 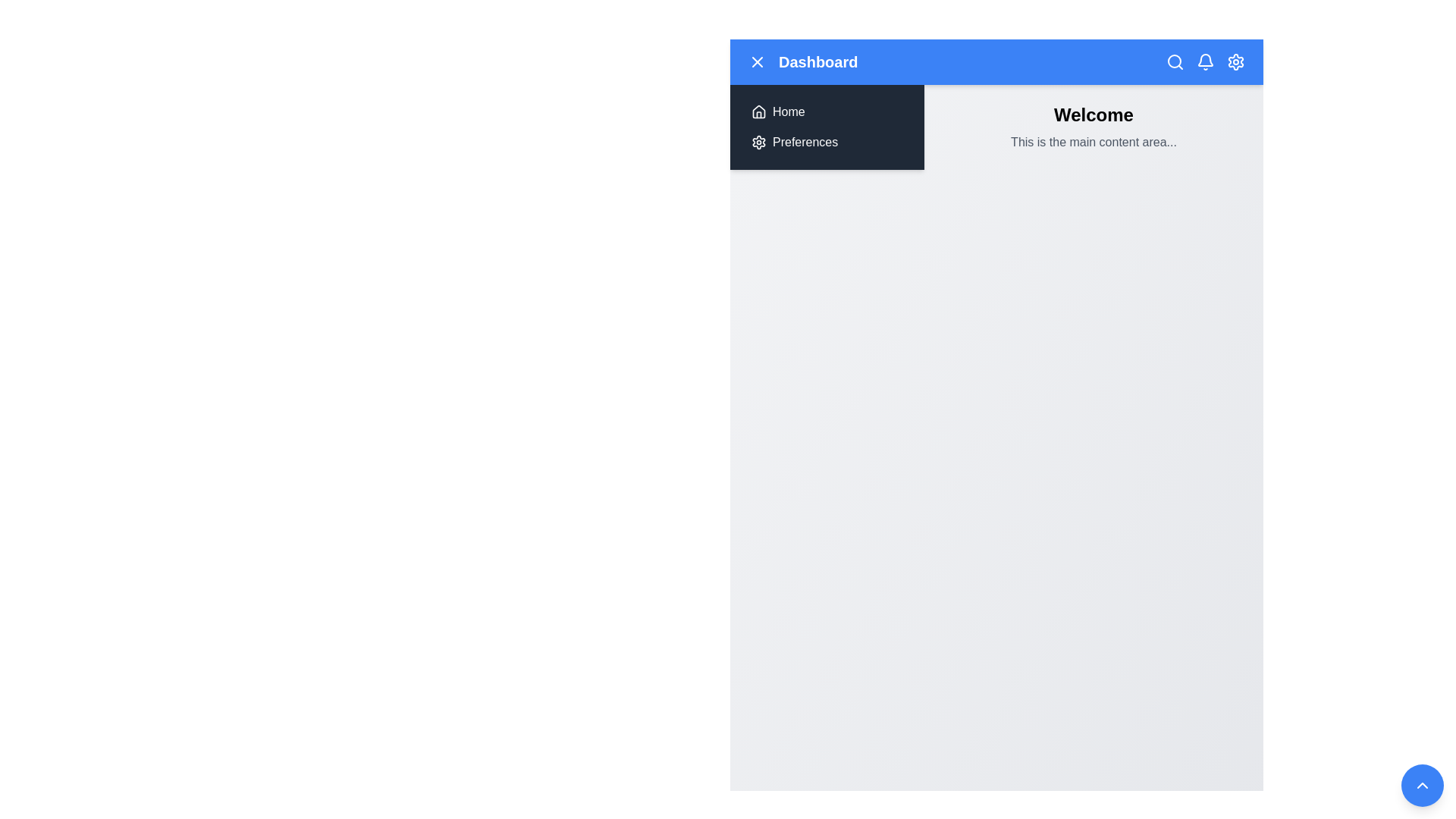 What do you see at coordinates (757, 61) in the screenshot?
I see `the Icon Line in the top left of the app's navigation bar` at bounding box center [757, 61].